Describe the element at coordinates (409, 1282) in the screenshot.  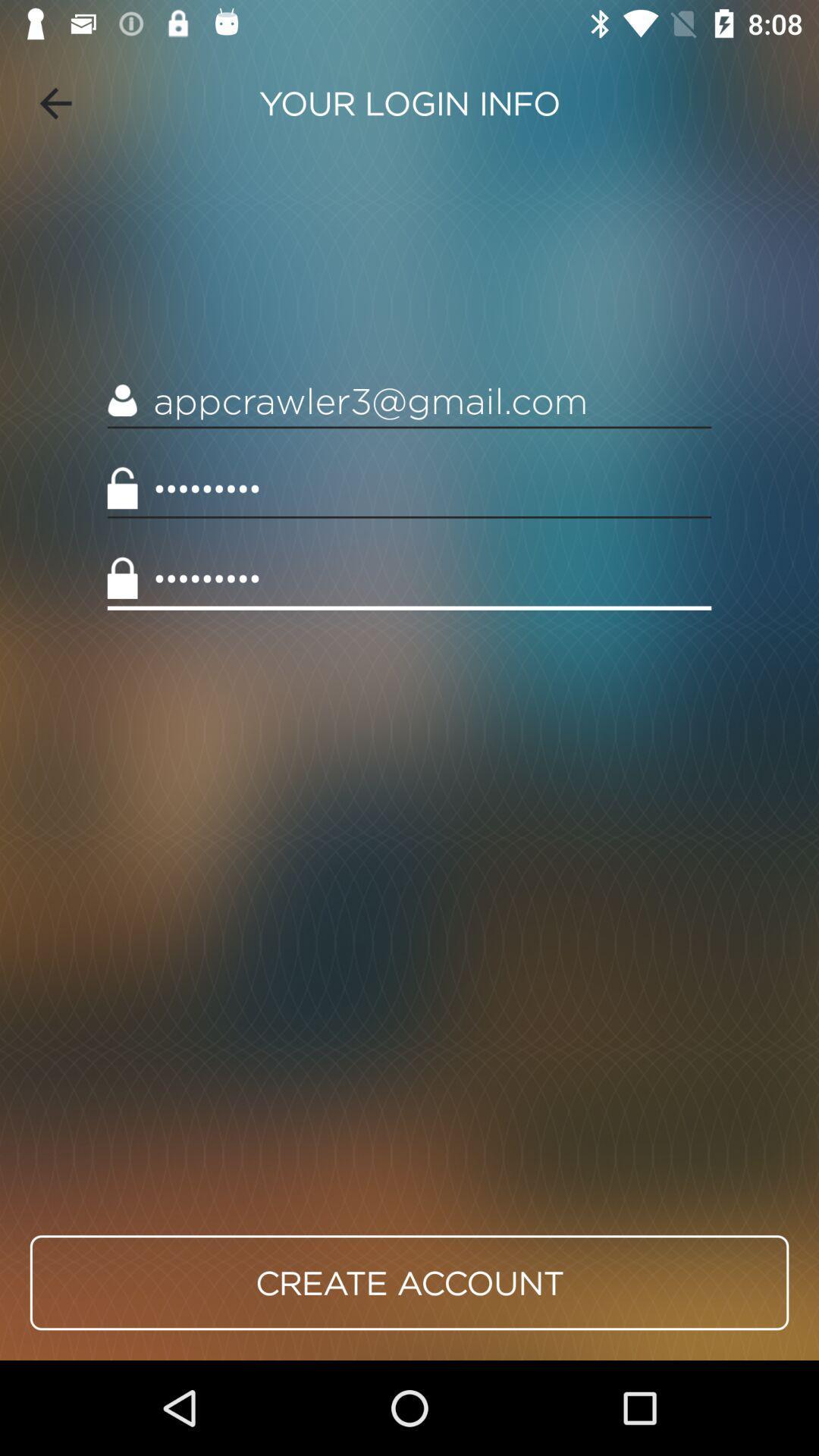
I see `the create account button` at that location.